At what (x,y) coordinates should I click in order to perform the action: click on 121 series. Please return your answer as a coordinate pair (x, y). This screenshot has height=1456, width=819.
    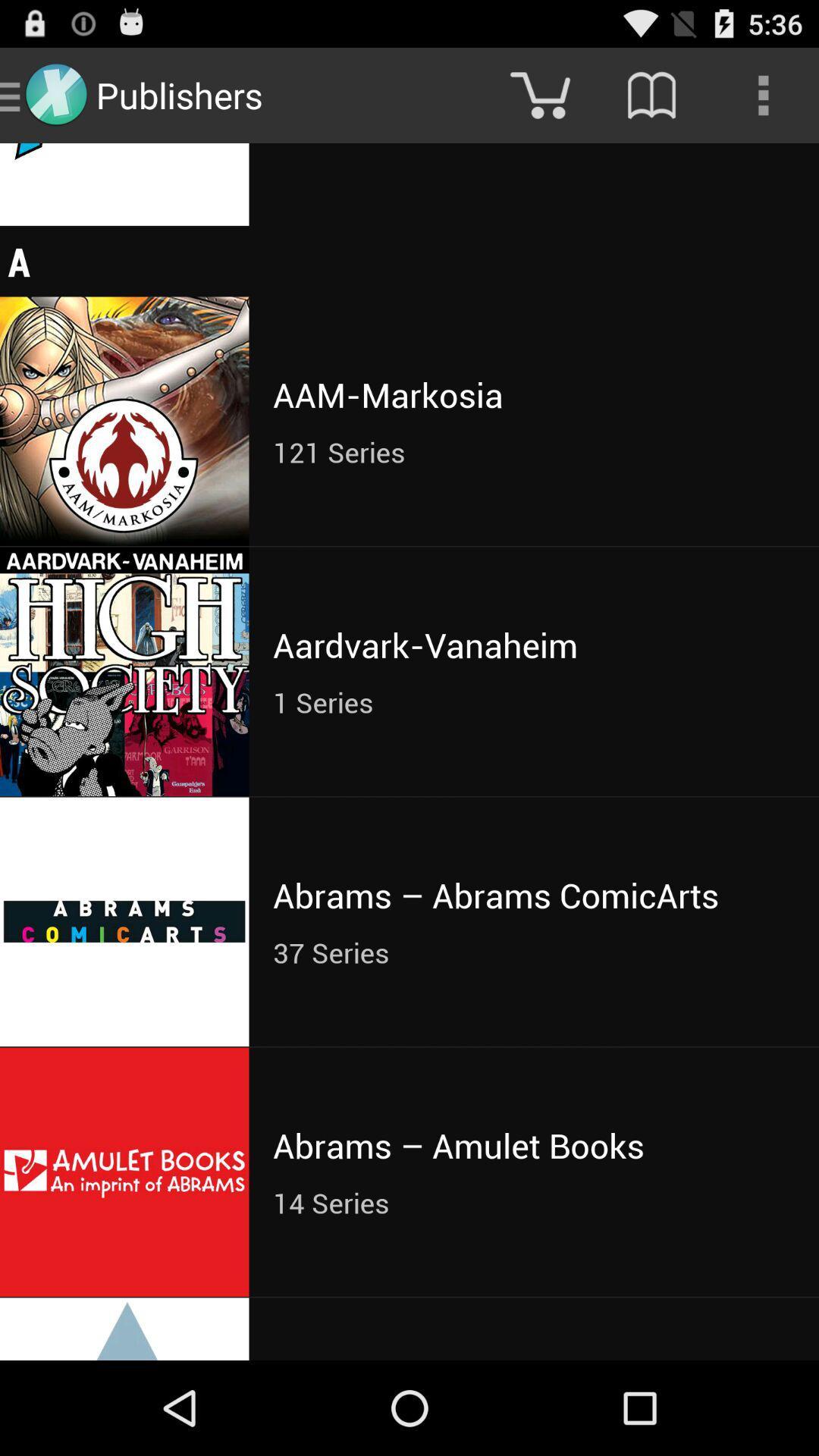
    Looking at the image, I should click on (533, 451).